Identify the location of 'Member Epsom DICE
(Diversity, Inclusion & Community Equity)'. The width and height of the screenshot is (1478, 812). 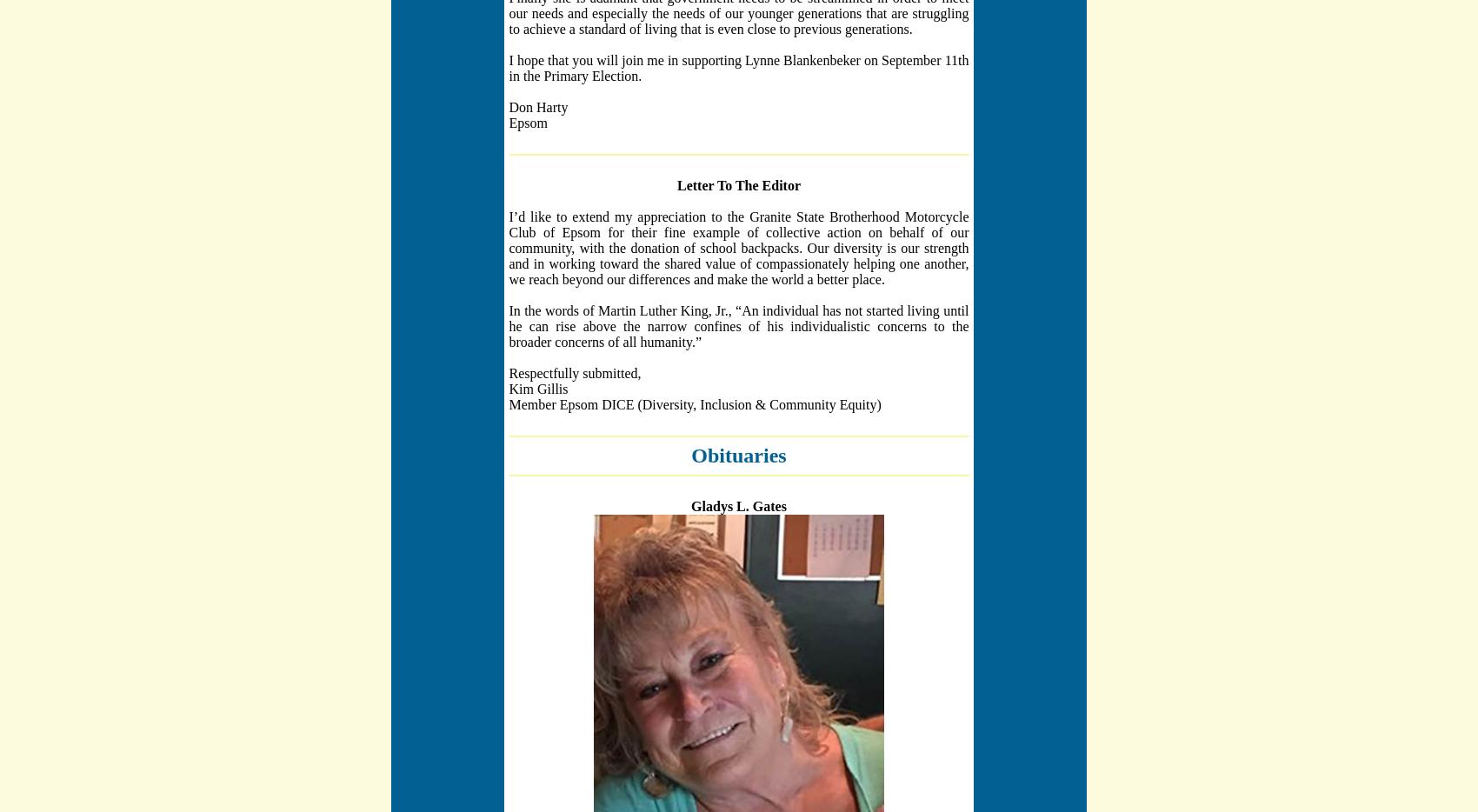
(694, 403).